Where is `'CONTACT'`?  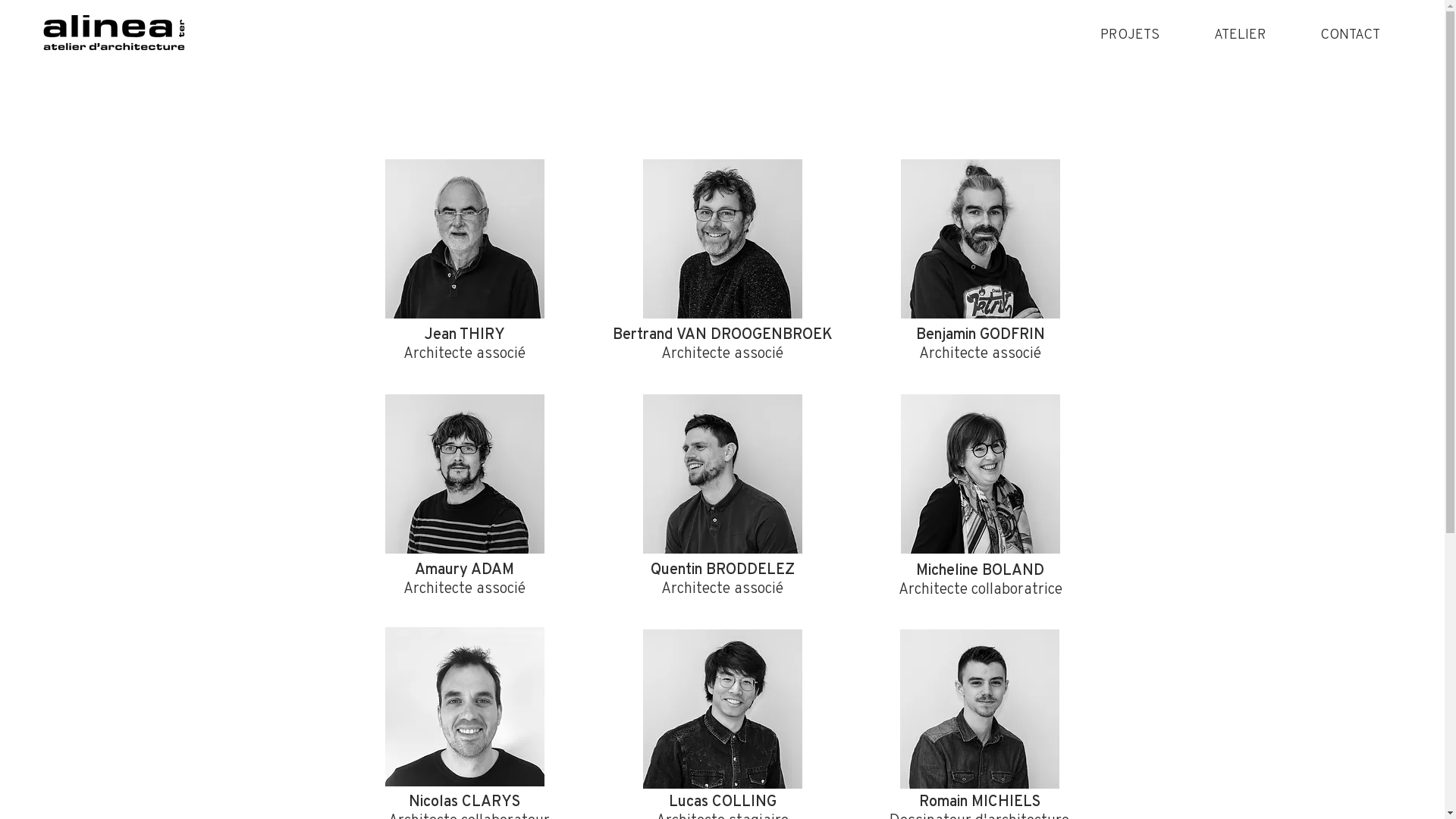 'CONTACT' is located at coordinates (1291, 33).